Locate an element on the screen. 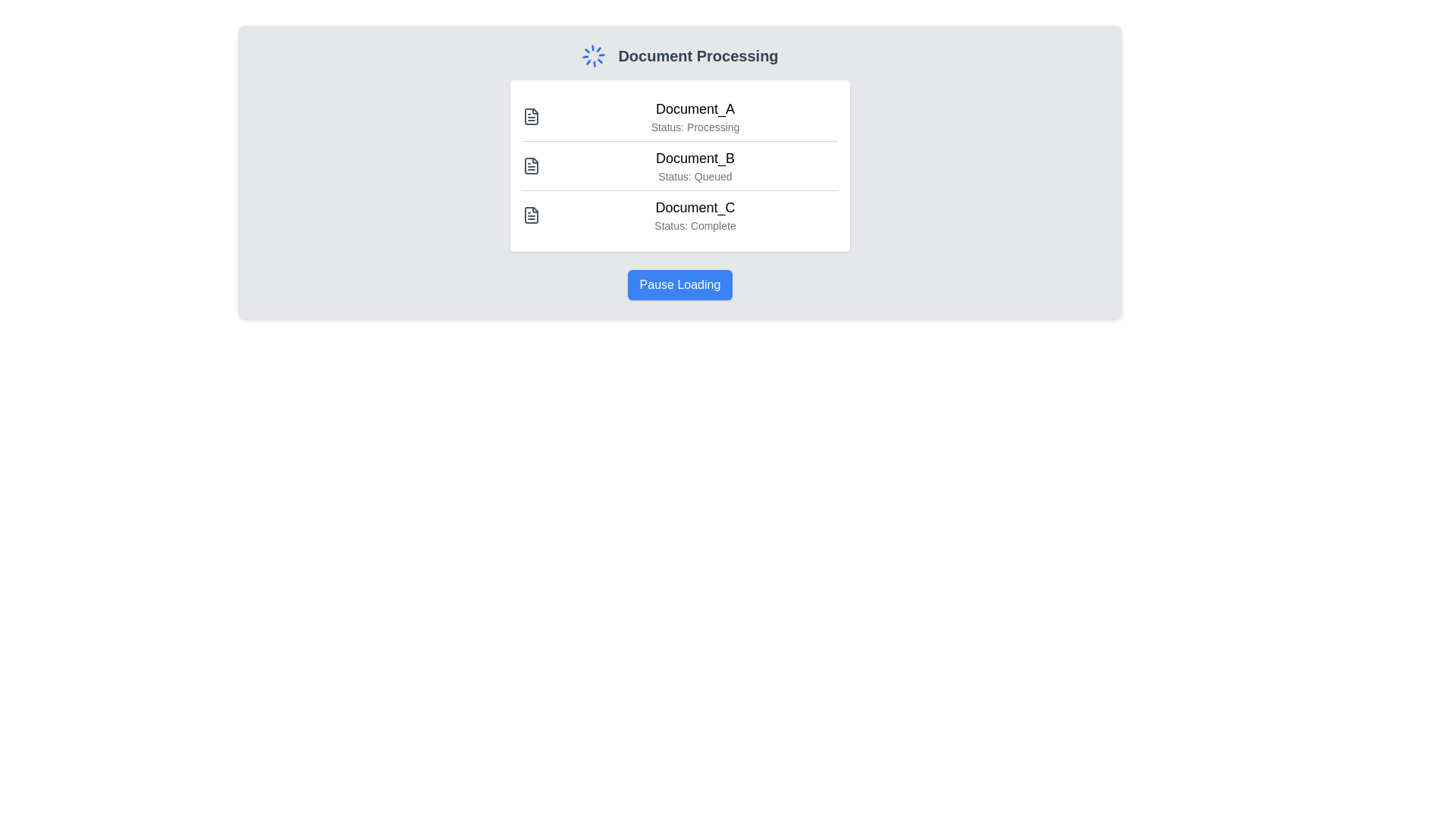 The width and height of the screenshot is (1456, 819). the first list item in the card layout that displays the document's name and processing status is located at coordinates (679, 116).